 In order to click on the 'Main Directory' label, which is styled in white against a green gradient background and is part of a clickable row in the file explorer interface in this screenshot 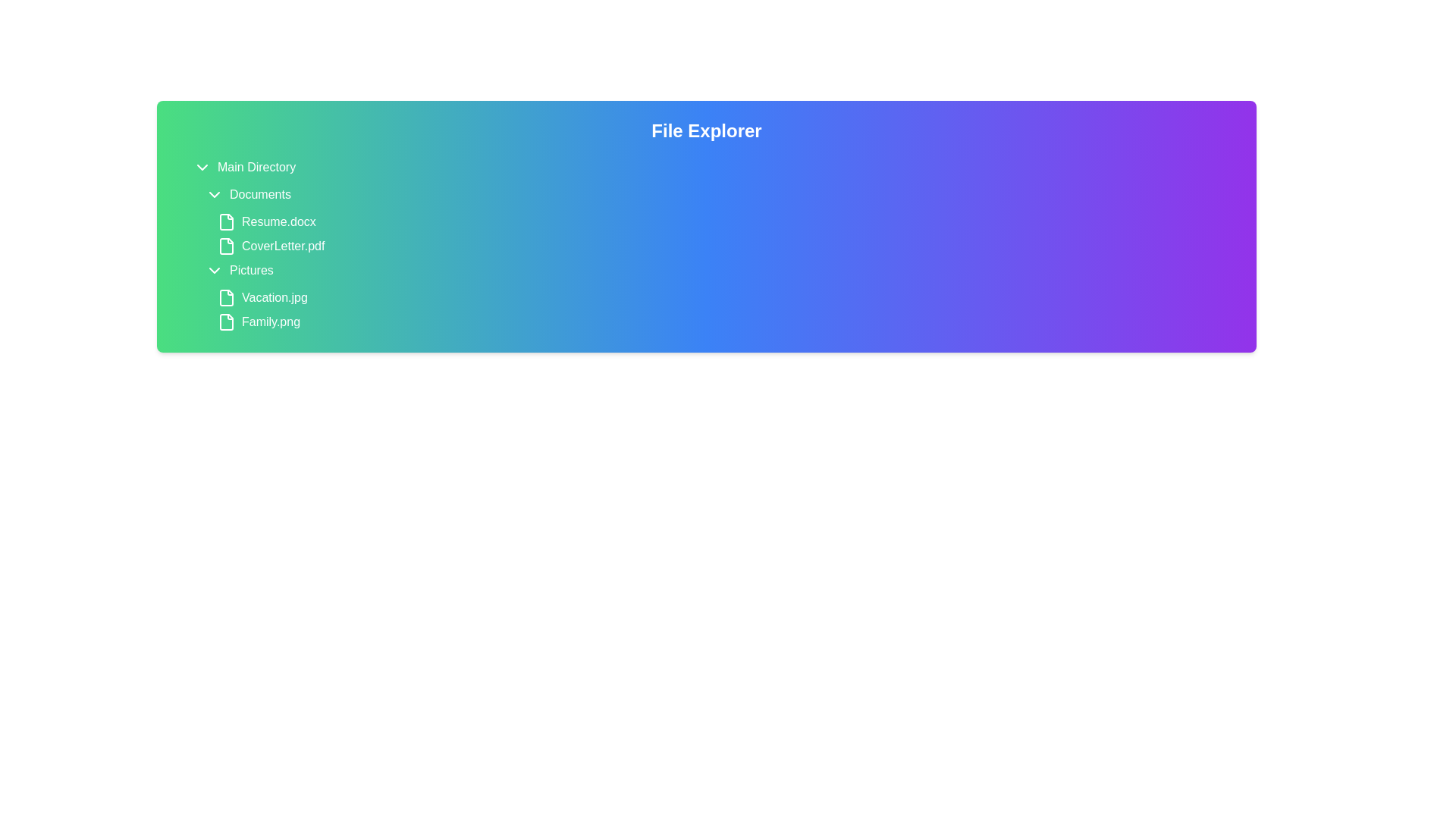, I will do `click(256, 167)`.